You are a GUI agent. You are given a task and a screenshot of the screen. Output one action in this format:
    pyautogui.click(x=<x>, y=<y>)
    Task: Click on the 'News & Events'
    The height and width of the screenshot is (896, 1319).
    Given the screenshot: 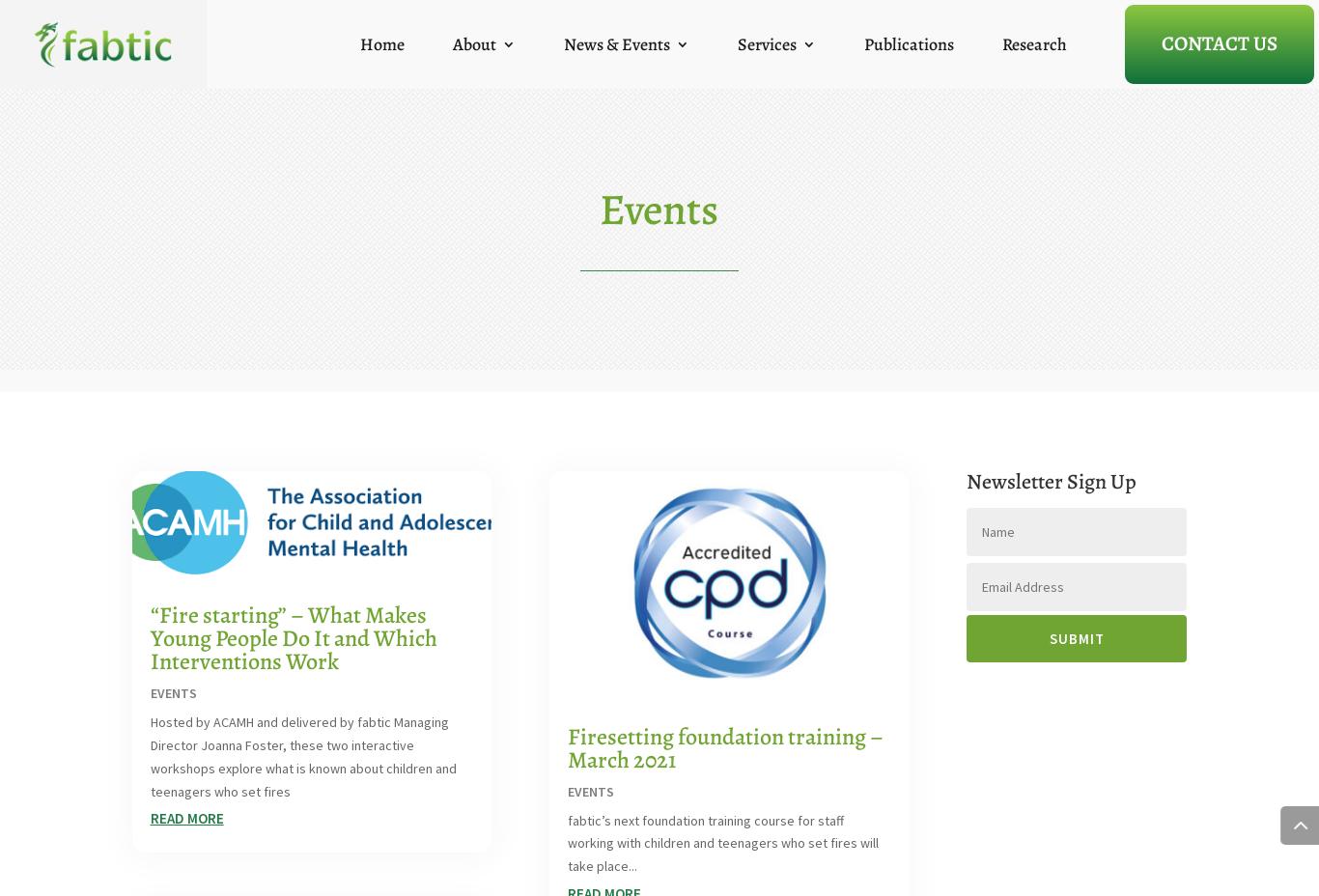 What is the action you would take?
    pyautogui.click(x=616, y=42)
    